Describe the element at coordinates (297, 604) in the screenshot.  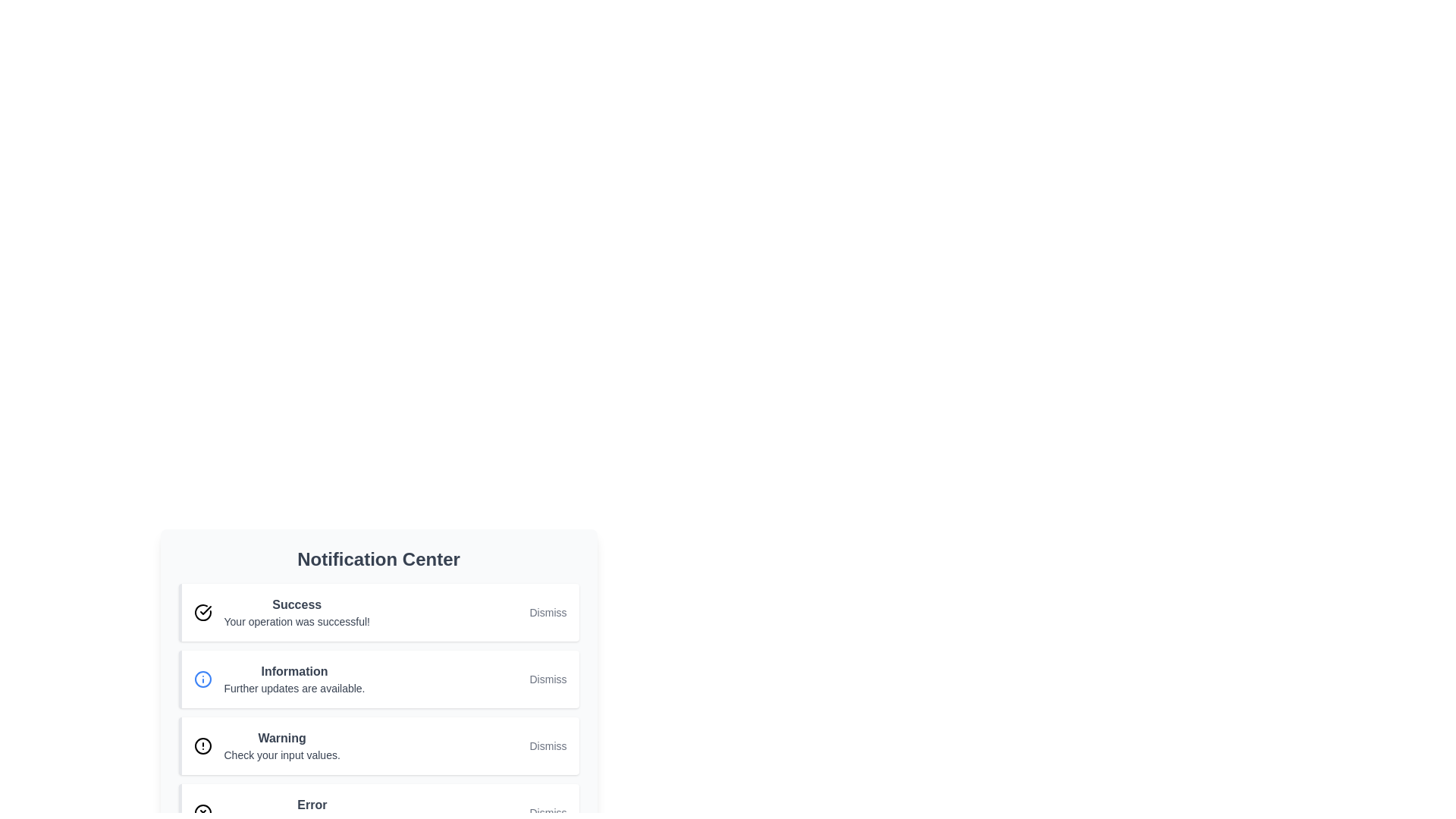
I see `the Text Label that serves as the title of the notification card indicating a successful operation, located within the 'Notification Center' and positioned to the right of a checkmark icon` at that location.